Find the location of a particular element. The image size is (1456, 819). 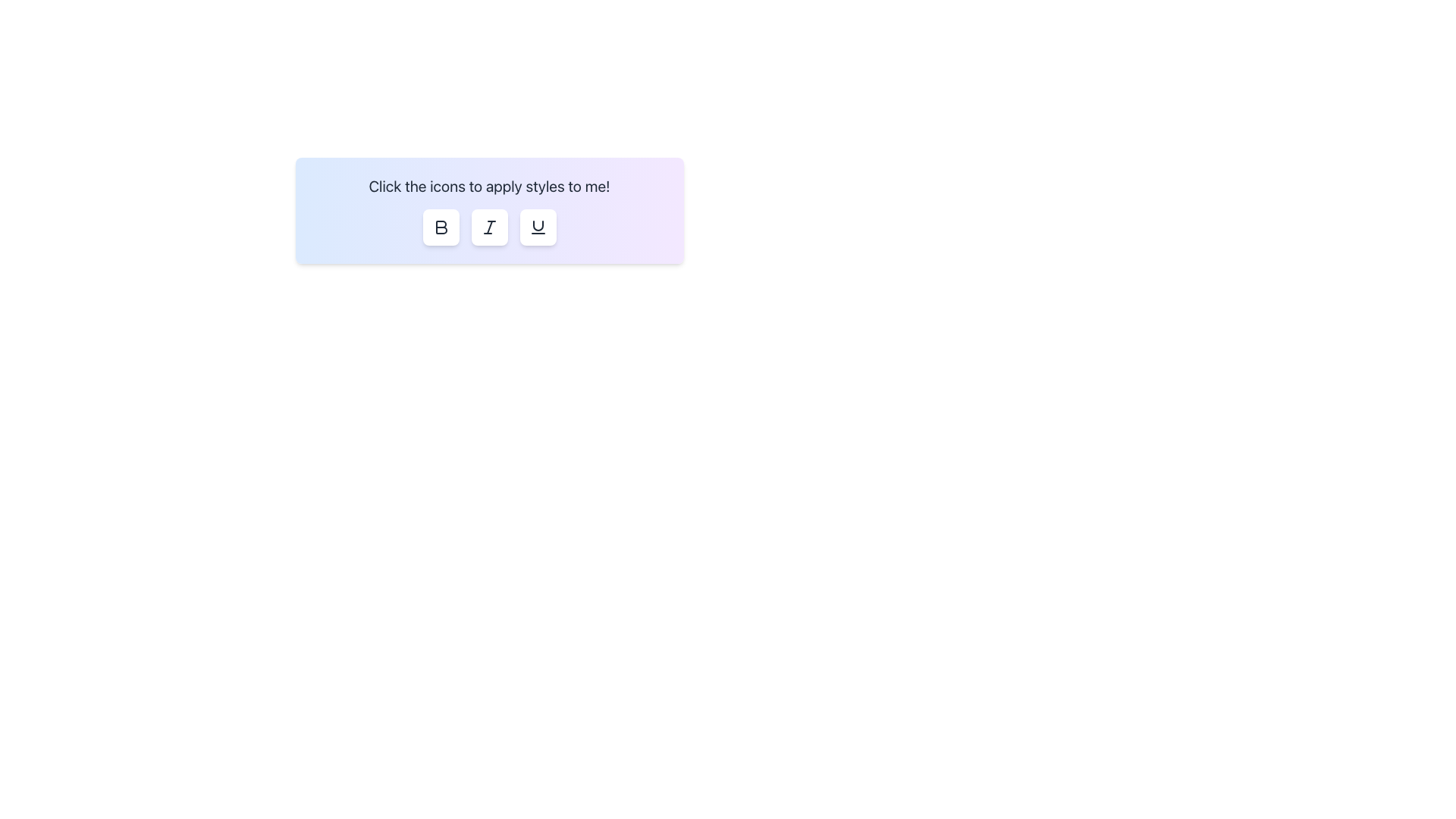

the rightmost button with a white background and an underline symbol to apply the underline style is located at coordinates (538, 227).